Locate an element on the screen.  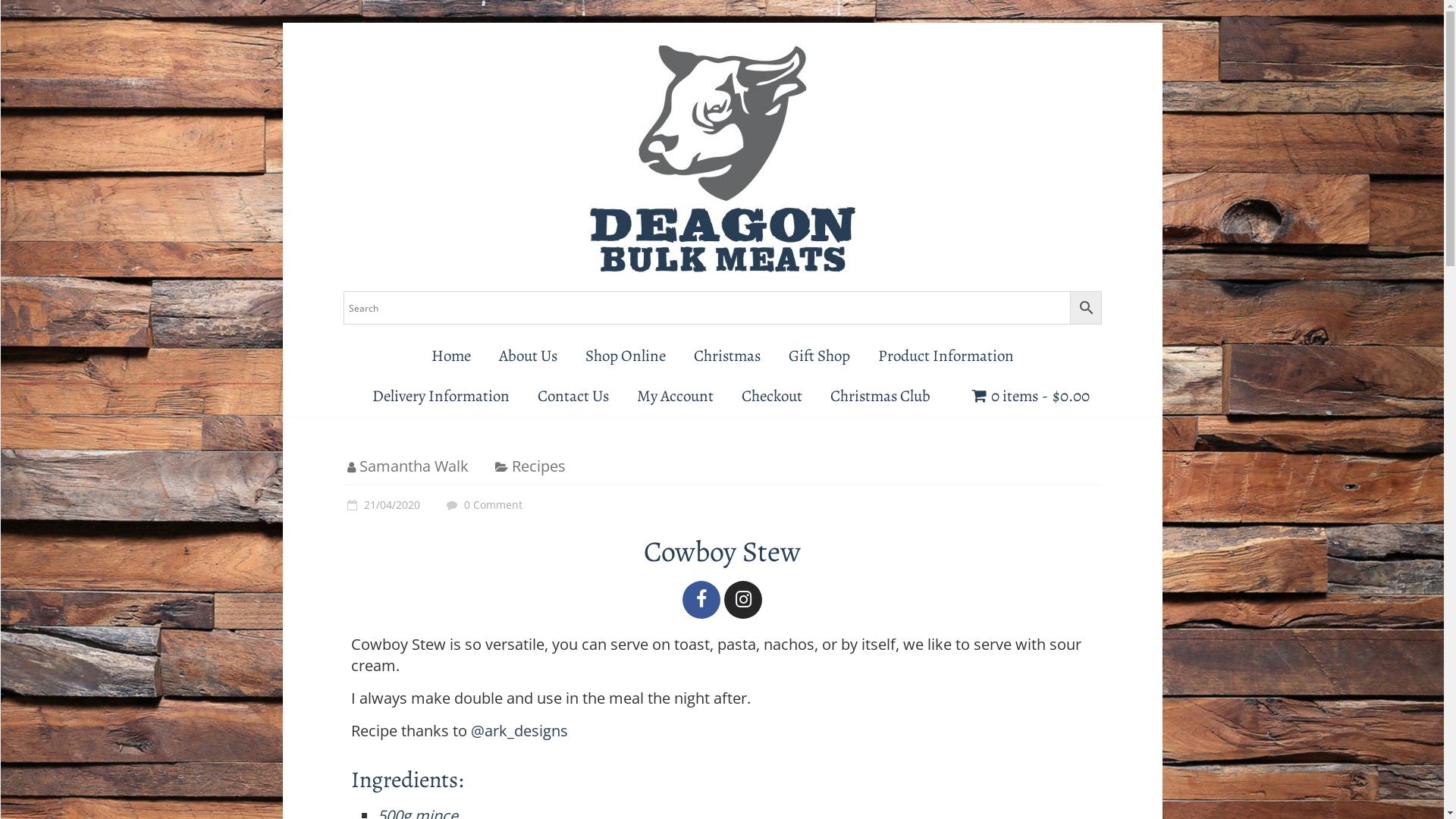
'Delivery Information' is located at coordinates (440, 395).